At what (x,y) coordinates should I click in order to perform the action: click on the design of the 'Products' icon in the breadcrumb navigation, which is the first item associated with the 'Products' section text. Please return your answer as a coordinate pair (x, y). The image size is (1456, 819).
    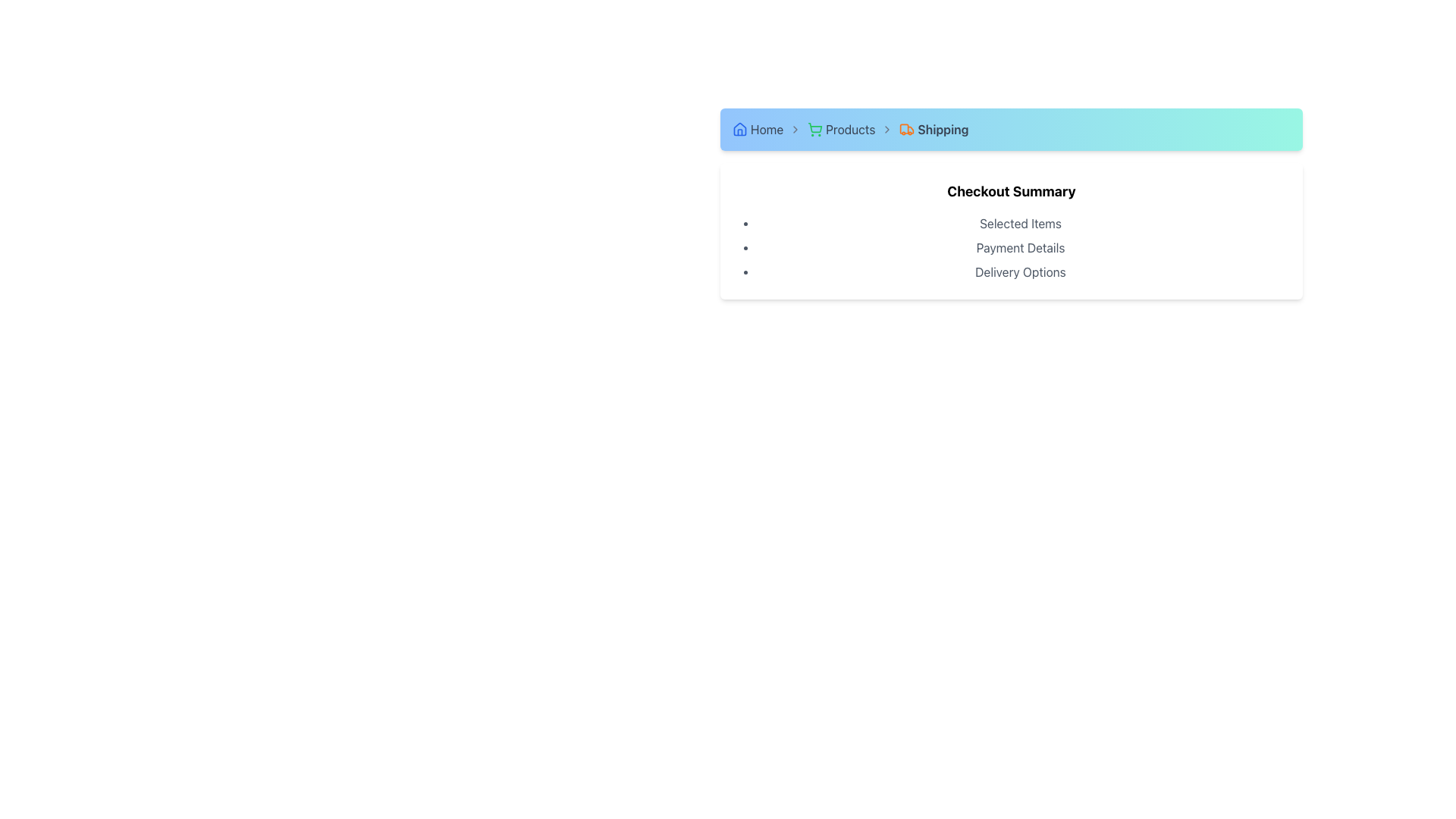
    Looking at the image, I should click on (814, 128).